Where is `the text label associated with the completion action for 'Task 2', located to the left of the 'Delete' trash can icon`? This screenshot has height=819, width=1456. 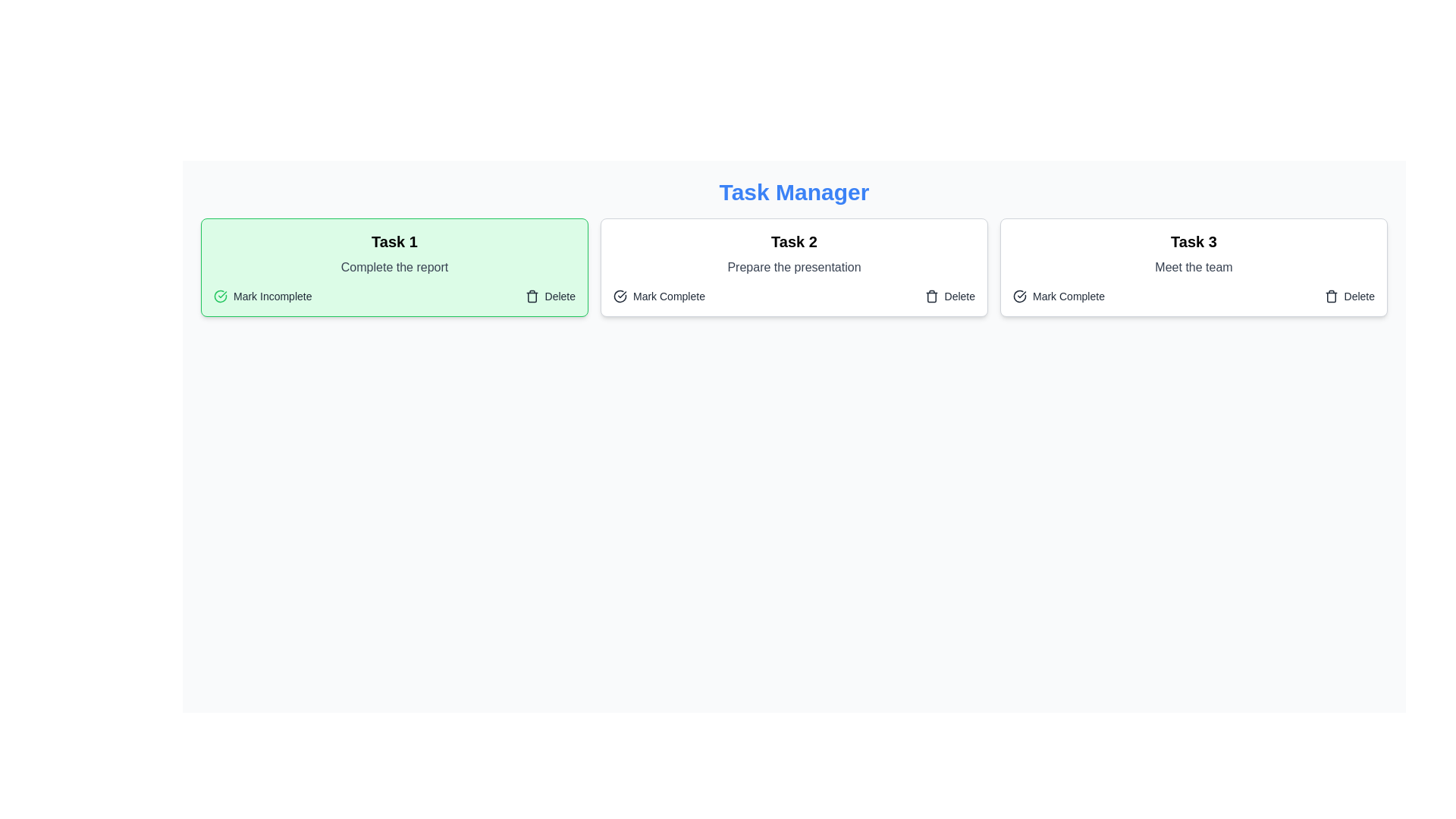 the text label associated with the completion action for 'Task 2', located to the left of the 'Delete' trash can icon is located at coordinates (668, 296).